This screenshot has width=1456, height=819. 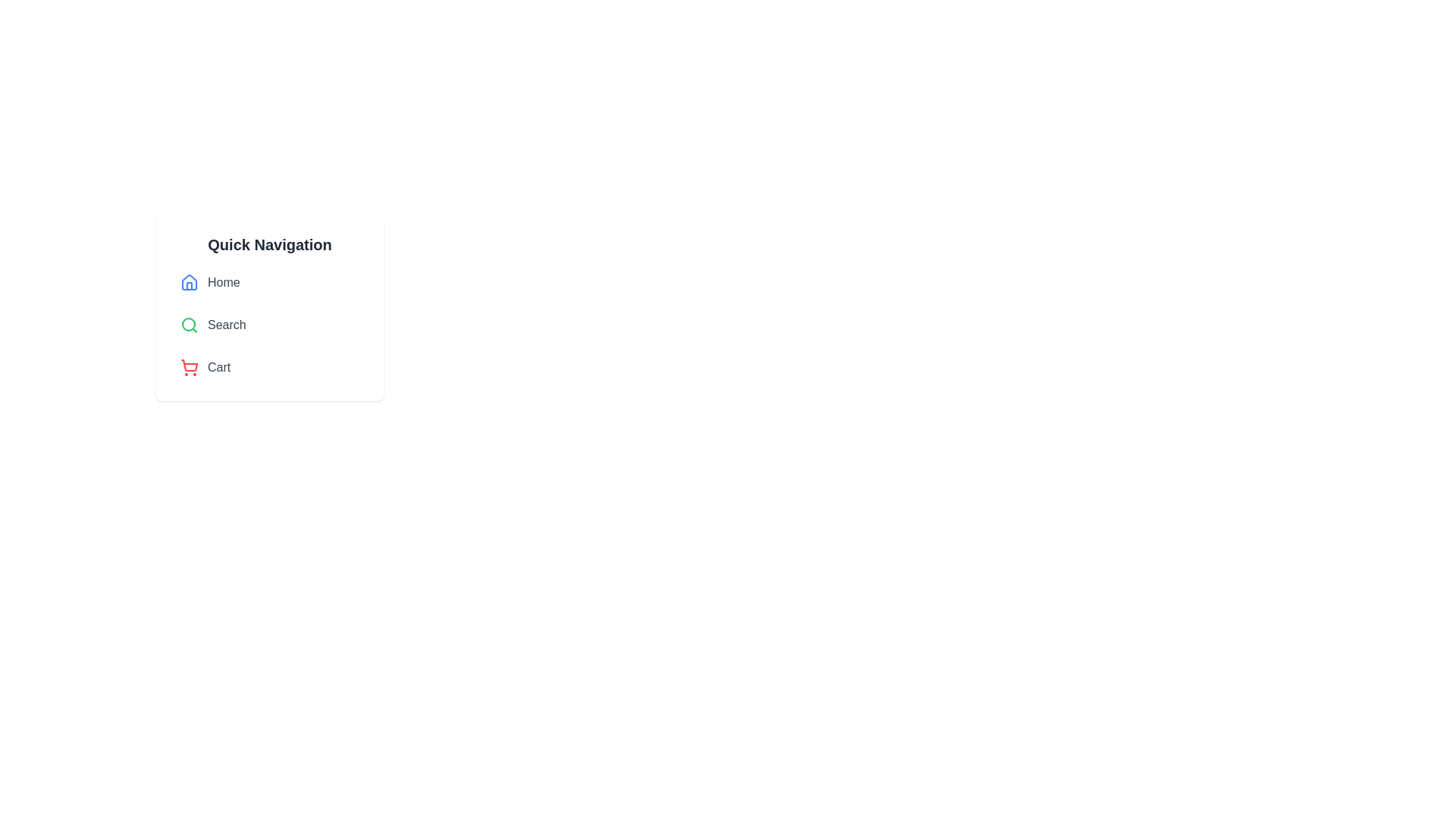 What do you see at coordinates (269, 283) in the screenshot?
I see `the 'Home' navigation link in the vertically stacked navigation menu` at bounding box center [269, 283].